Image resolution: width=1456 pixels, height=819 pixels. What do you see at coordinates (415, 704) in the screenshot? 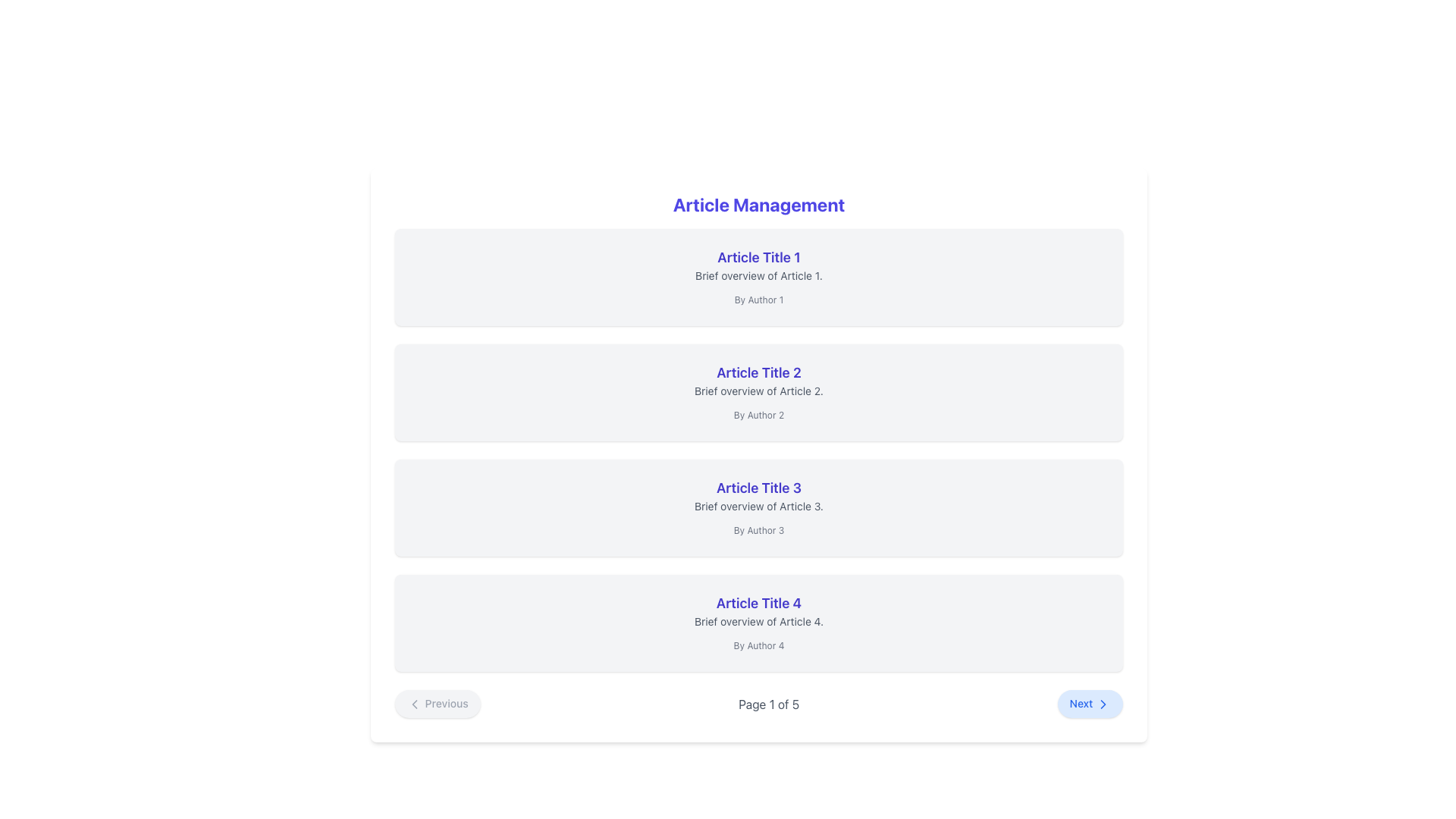
I see `the left-pointing chevron icon inside the 'Previous' button` at bounding box center [415, 704].